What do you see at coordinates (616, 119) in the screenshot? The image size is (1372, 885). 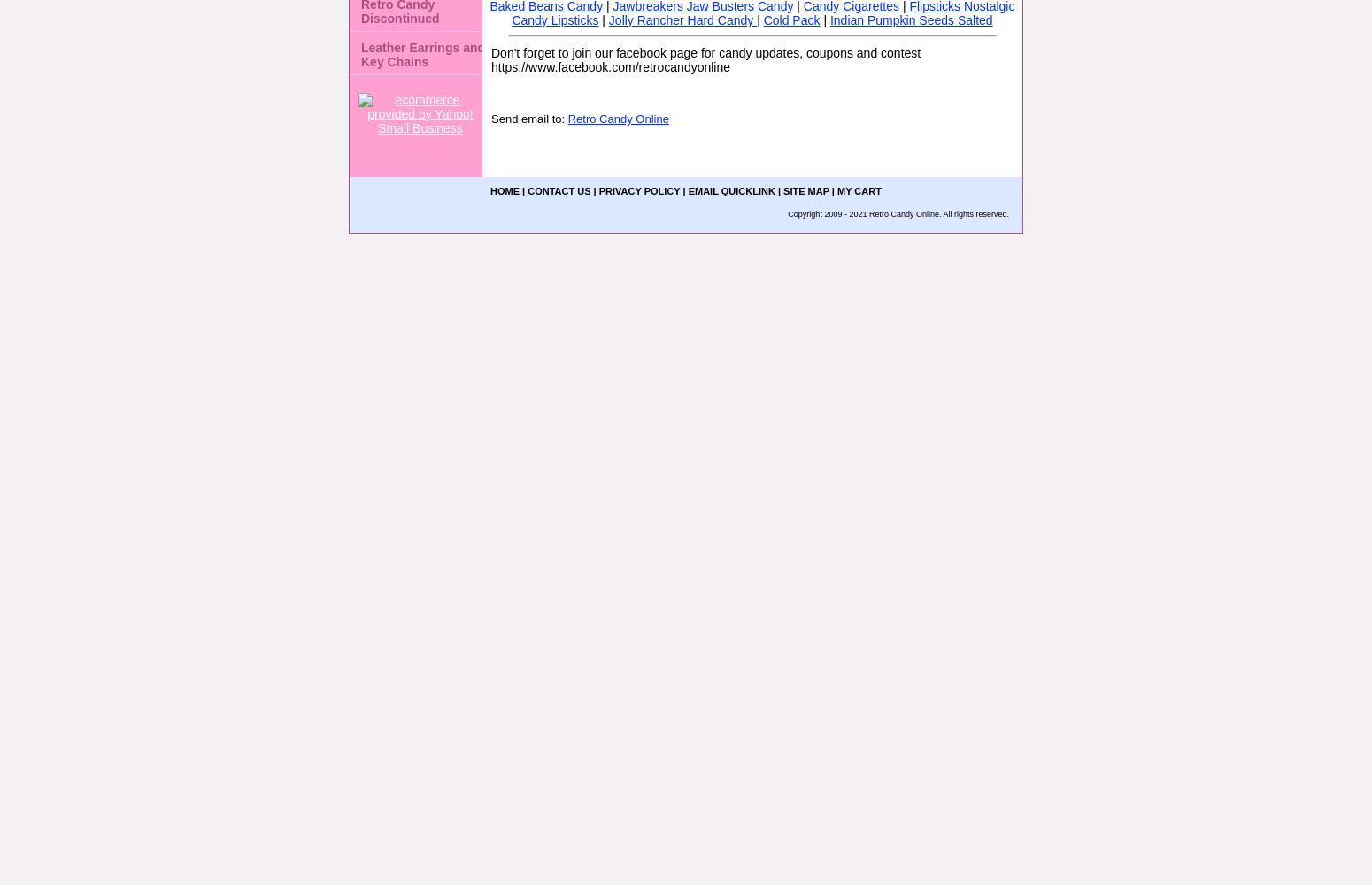 I see `'Retro Candy Online'` at bounding box center [616, 119].